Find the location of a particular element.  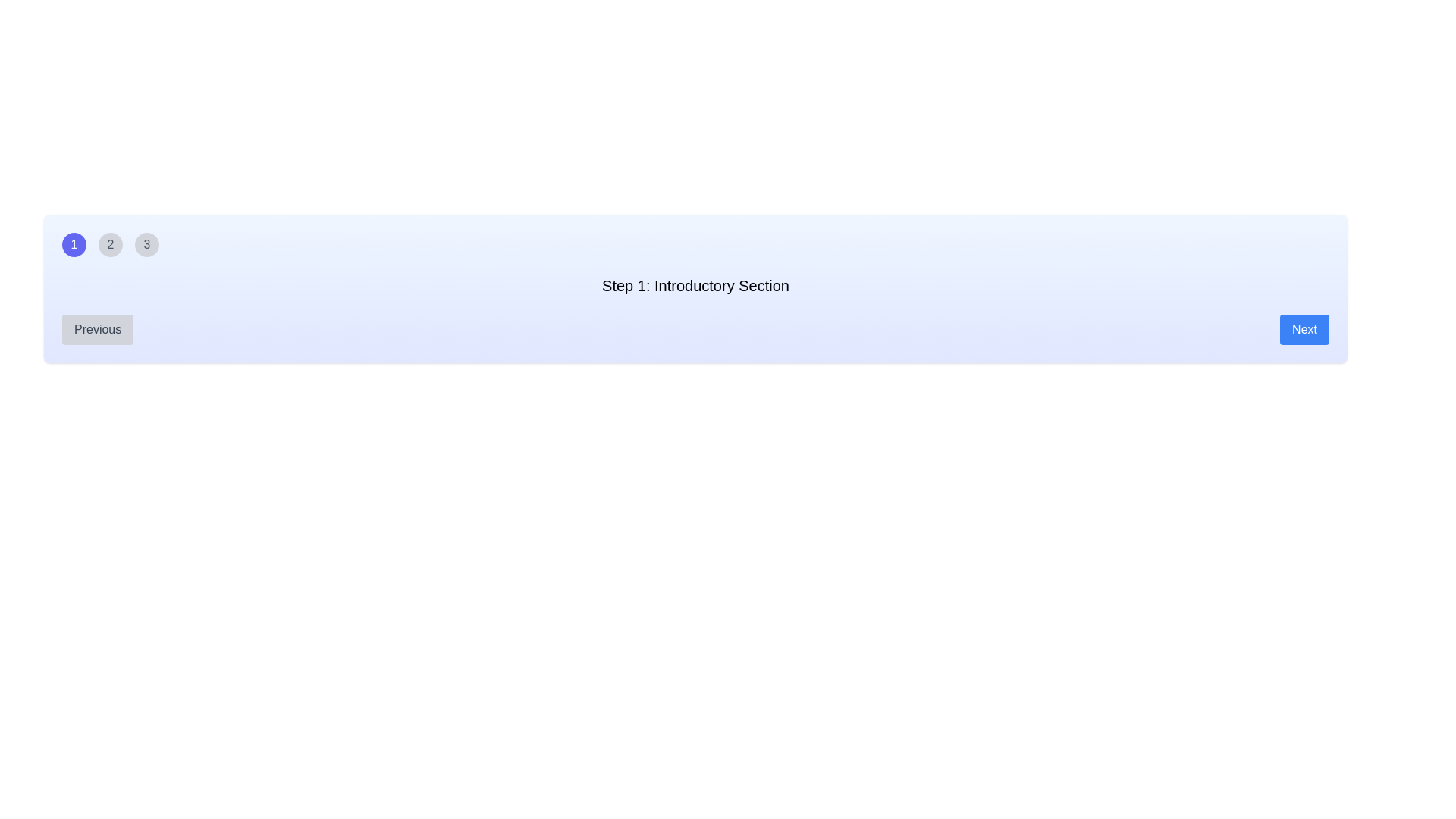

the first circular button representing step 1 in the sequence is located at coordinates (73, 244).